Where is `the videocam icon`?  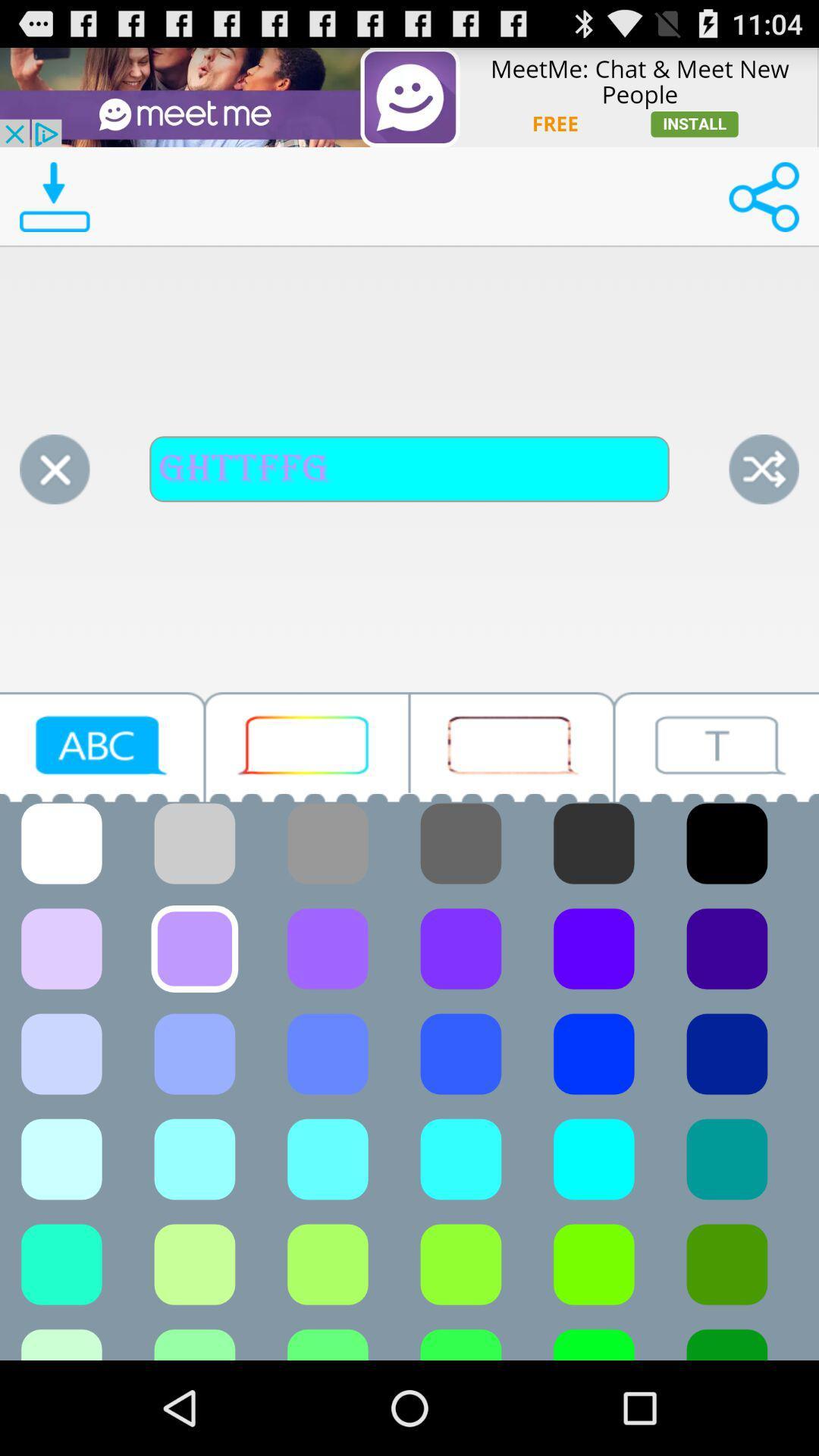
the videocam icon is located at coordinates (717, 799).